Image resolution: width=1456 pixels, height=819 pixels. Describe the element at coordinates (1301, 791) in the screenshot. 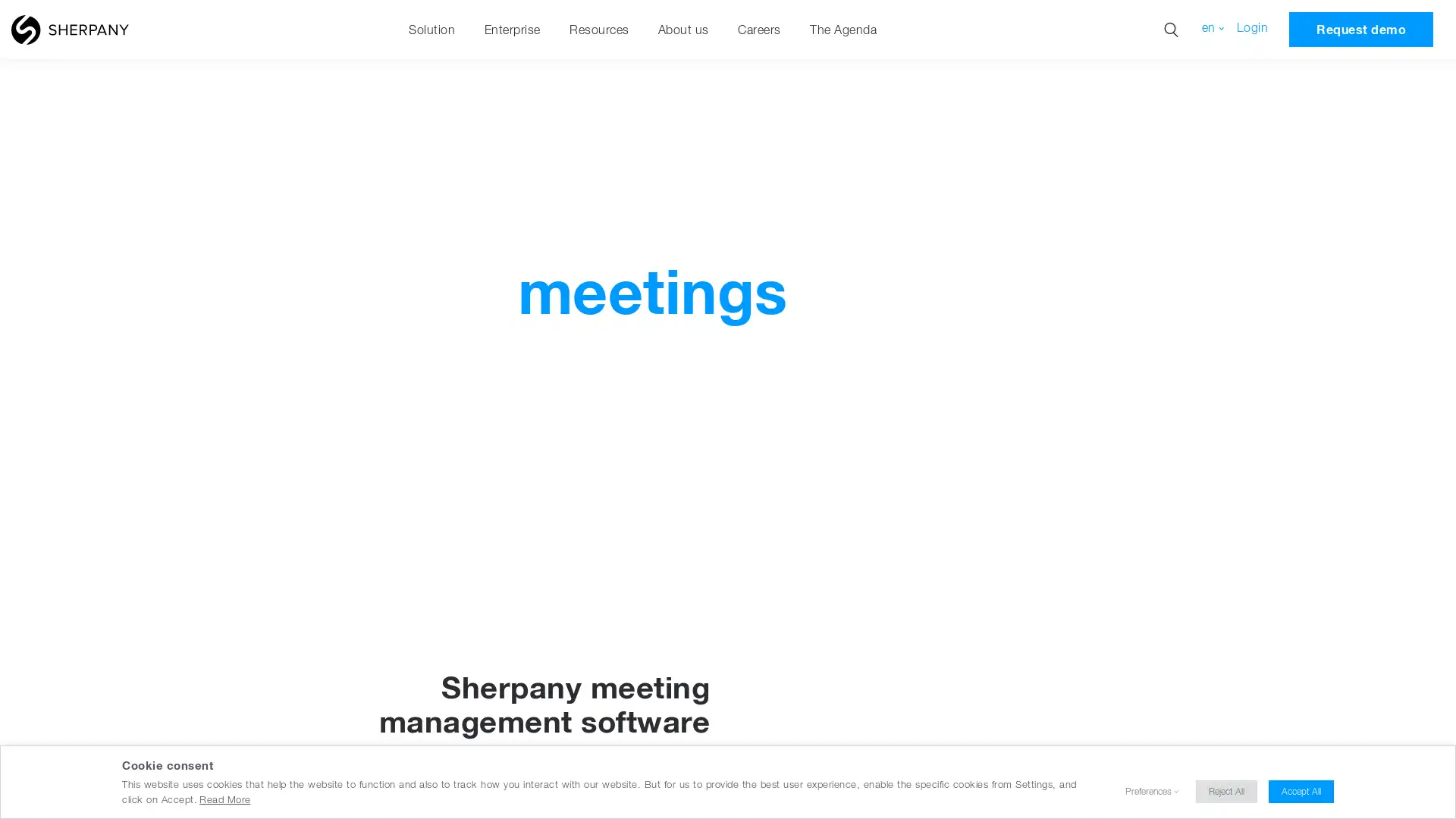

I see `Accept All` at that location.